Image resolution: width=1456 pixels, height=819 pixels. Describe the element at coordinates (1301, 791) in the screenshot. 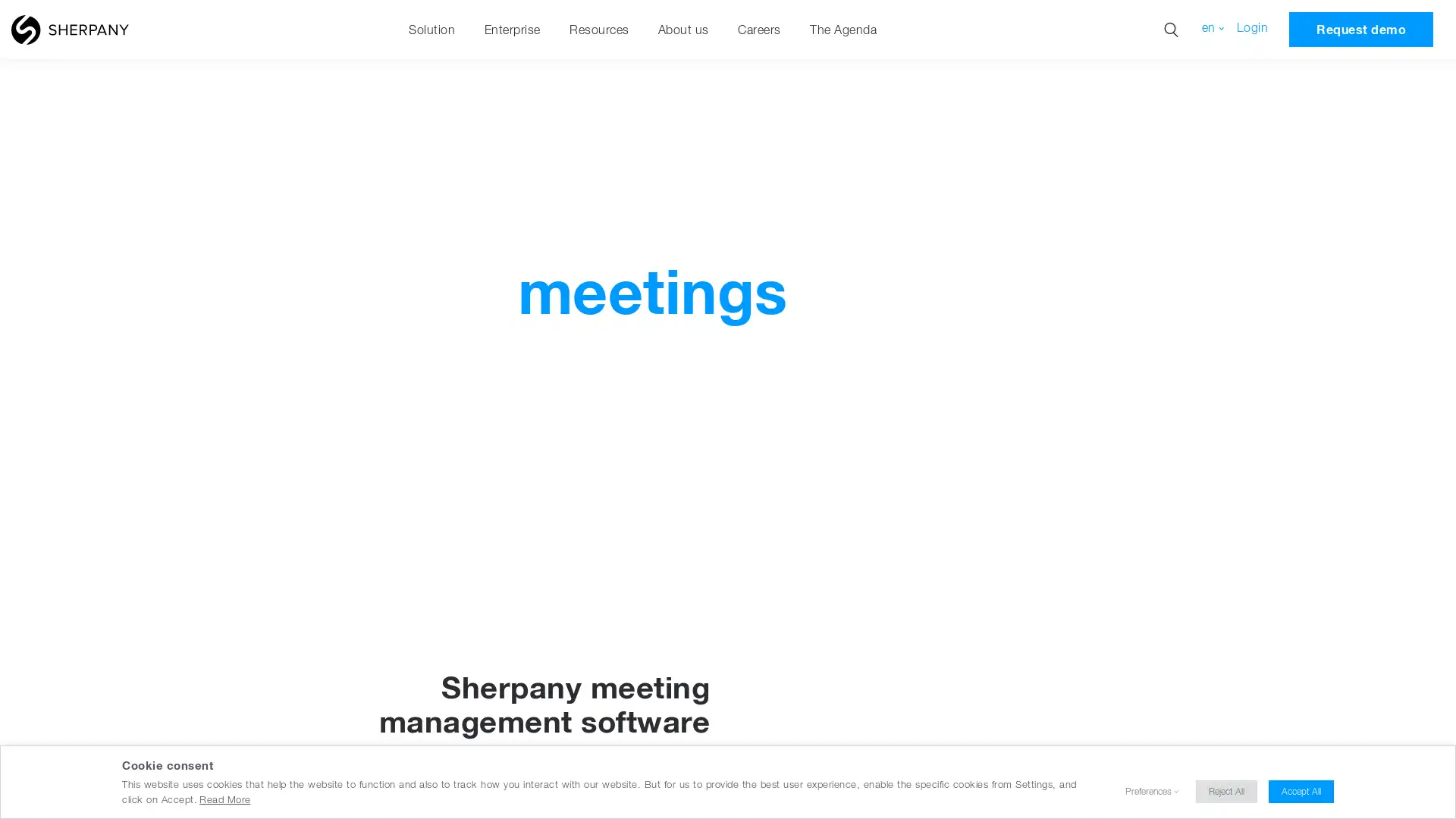

I see `Accept All` at that location.